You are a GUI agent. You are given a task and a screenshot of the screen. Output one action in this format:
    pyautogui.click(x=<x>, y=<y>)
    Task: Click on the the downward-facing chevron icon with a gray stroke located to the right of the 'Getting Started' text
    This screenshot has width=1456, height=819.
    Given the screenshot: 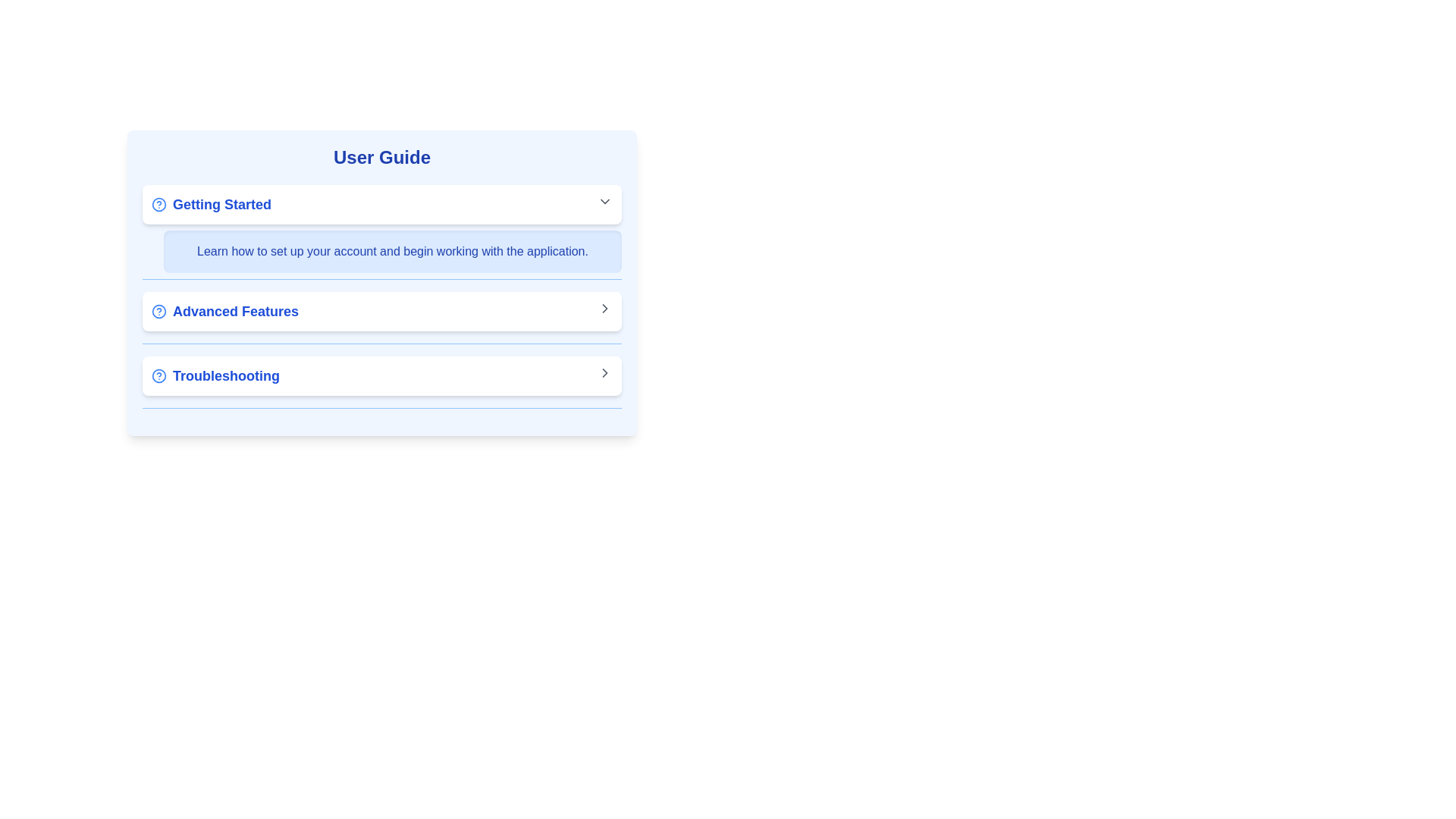 What is the action you would take?
    pyautogui.click(x=604, y=201)
    